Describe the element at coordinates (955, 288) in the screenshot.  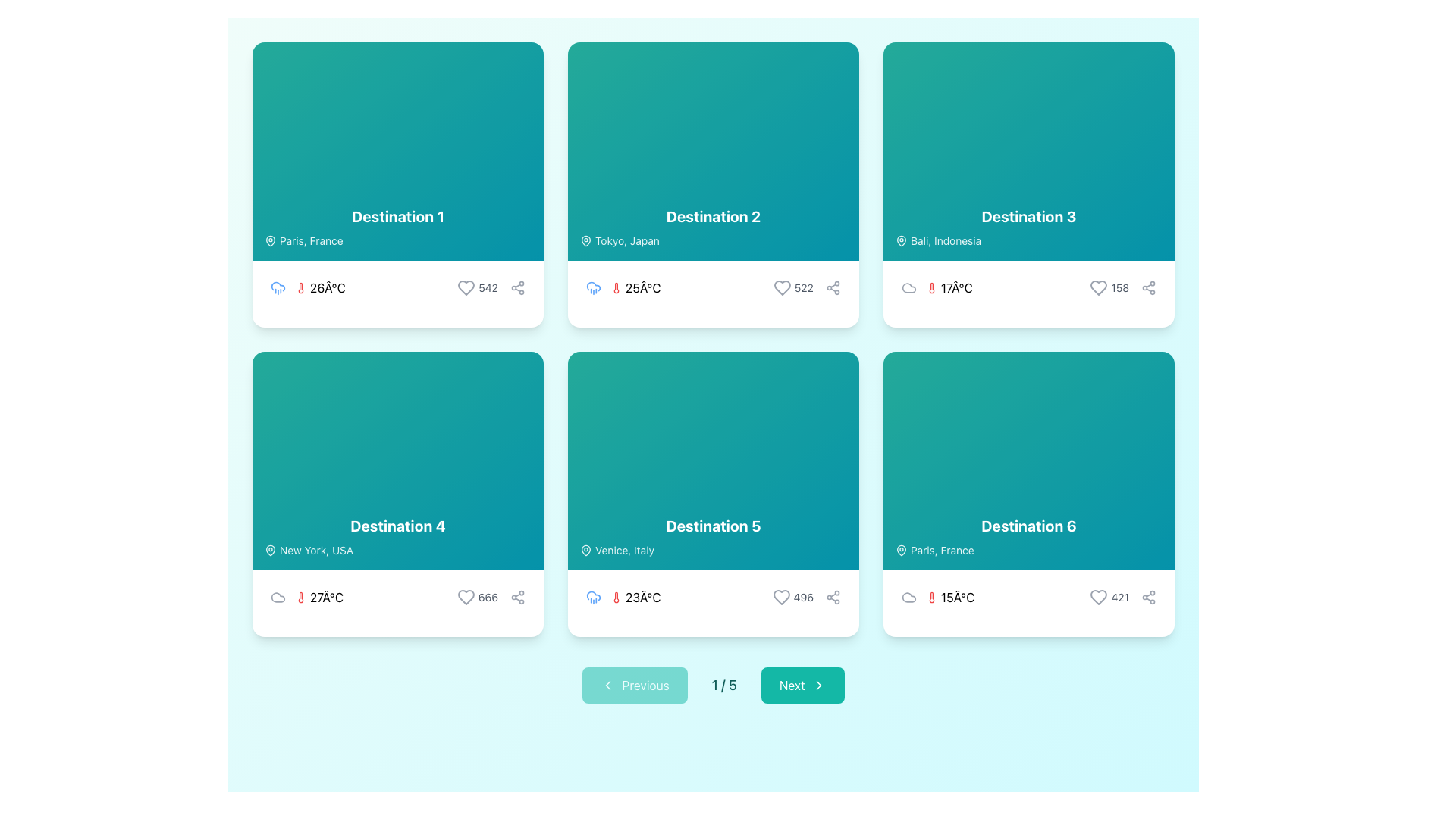
I see `the text label that displays the current temperature in Celsius for the destination 'Bali, Indonesia' within the 'Destination 3' card, located below a thermometer icon` at that location.